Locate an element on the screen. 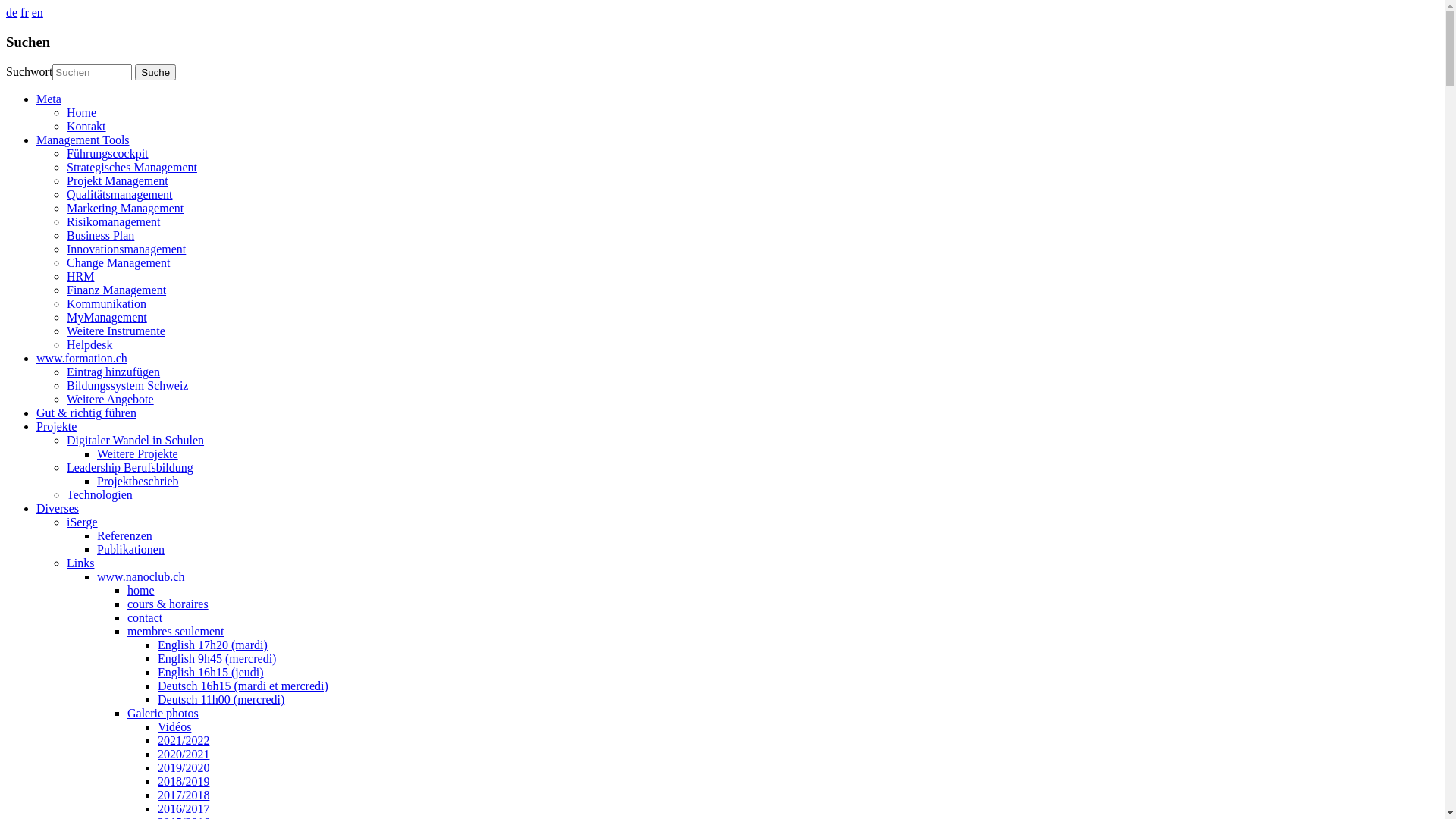 Image resolution: width=1456 pixels, height=819 pixels. 'Digitaler Wandel in Schulen' is located at coordinates (135, 440).